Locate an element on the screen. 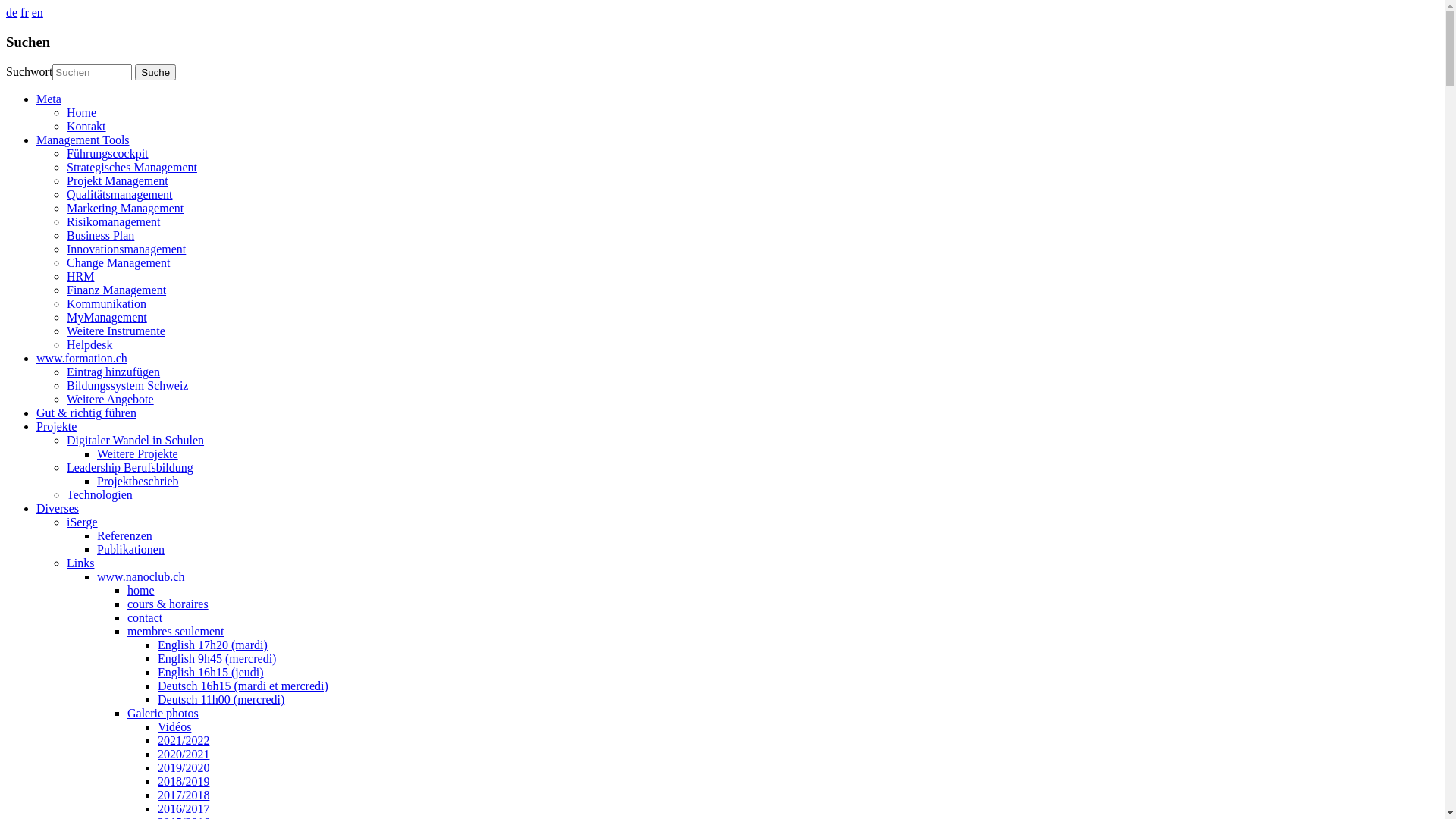 Image resolution: width=1456 pixels, height=819 pixels. 'Digitaler Wandel in Schulen' is located at coordinates (135, 440).